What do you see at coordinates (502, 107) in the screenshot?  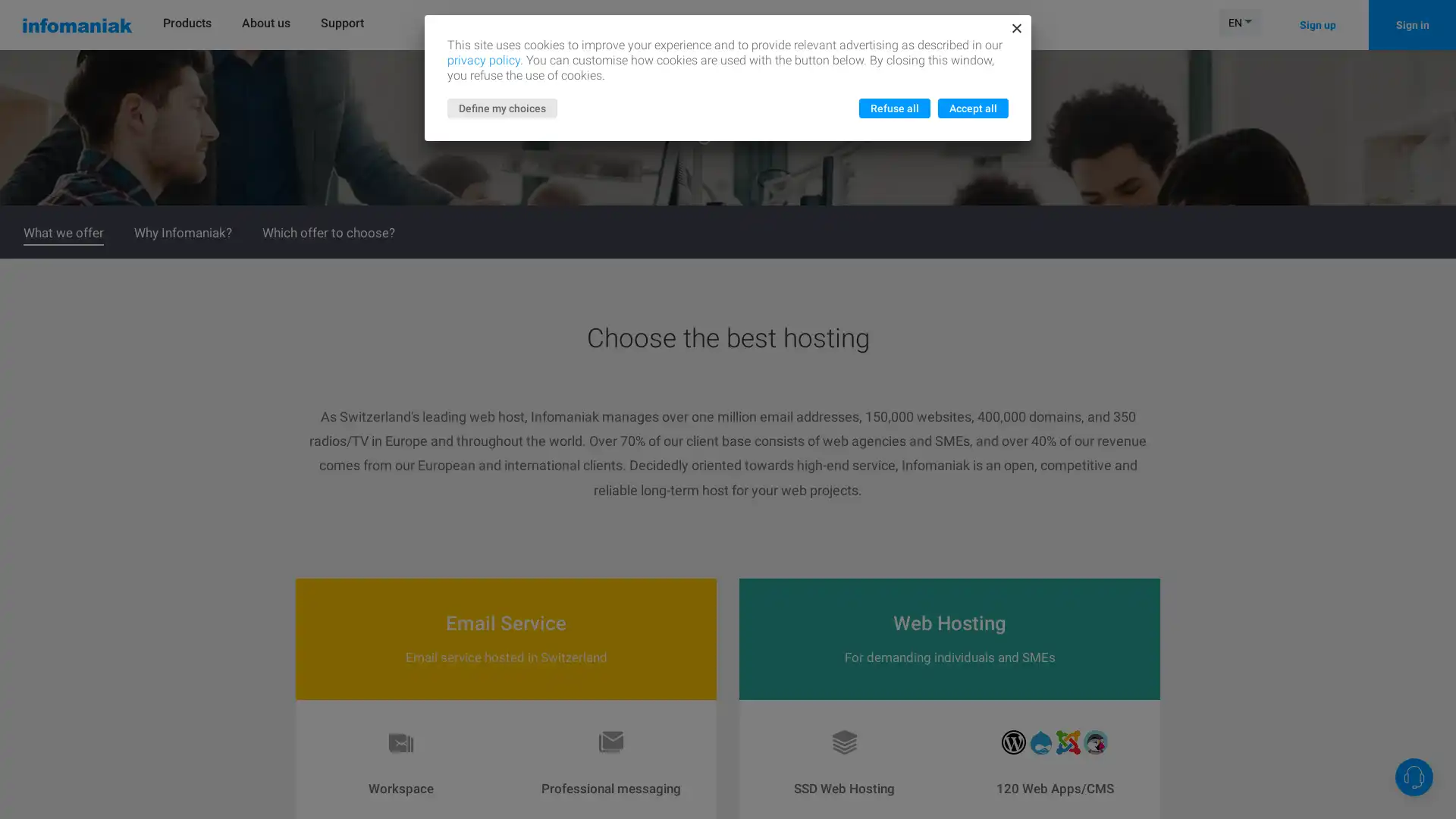 I see `Define my choices` at bounding box center [502, 107].